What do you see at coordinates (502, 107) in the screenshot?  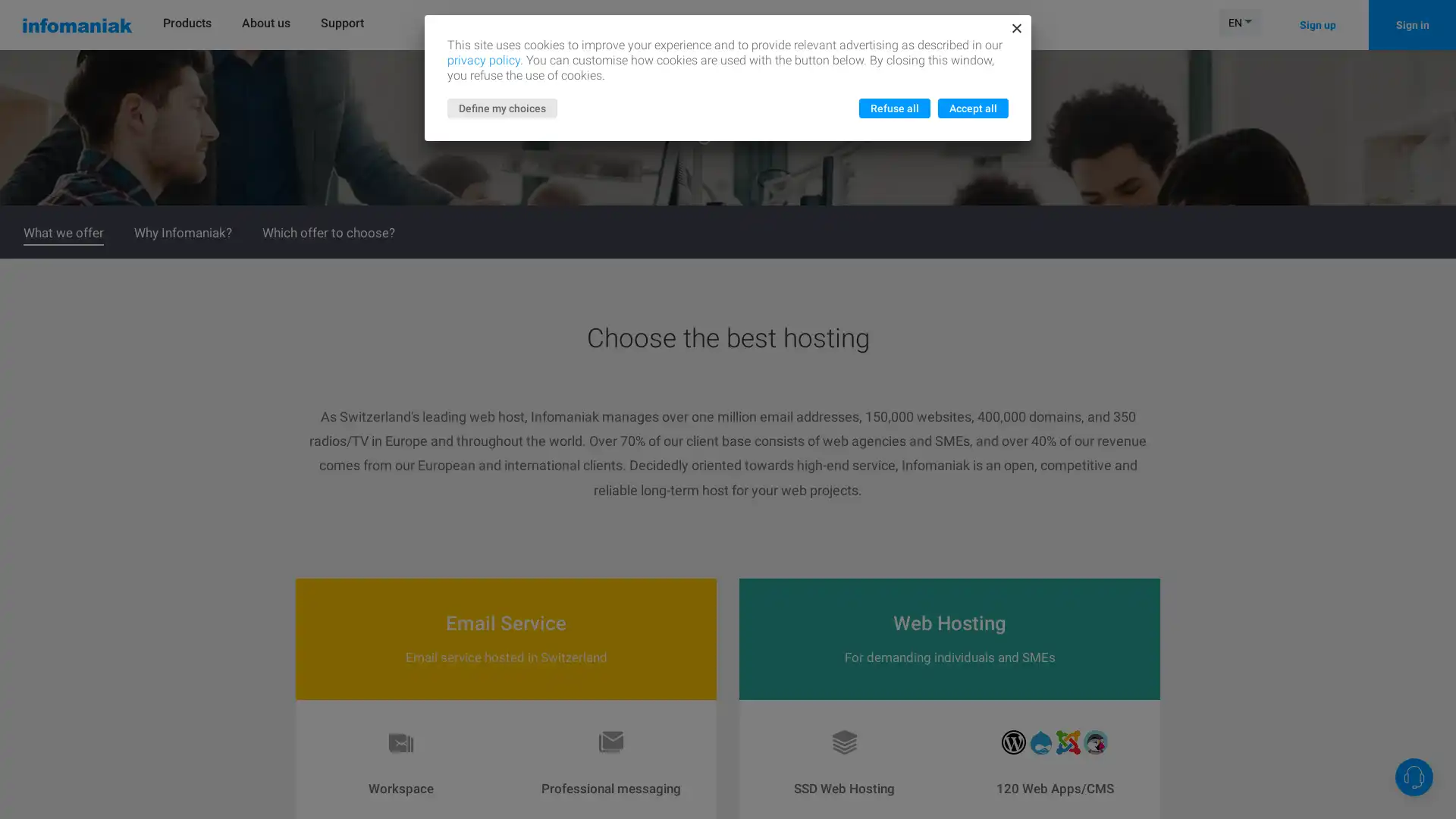 I see `Define my choices` at bounding box center [502, 107].